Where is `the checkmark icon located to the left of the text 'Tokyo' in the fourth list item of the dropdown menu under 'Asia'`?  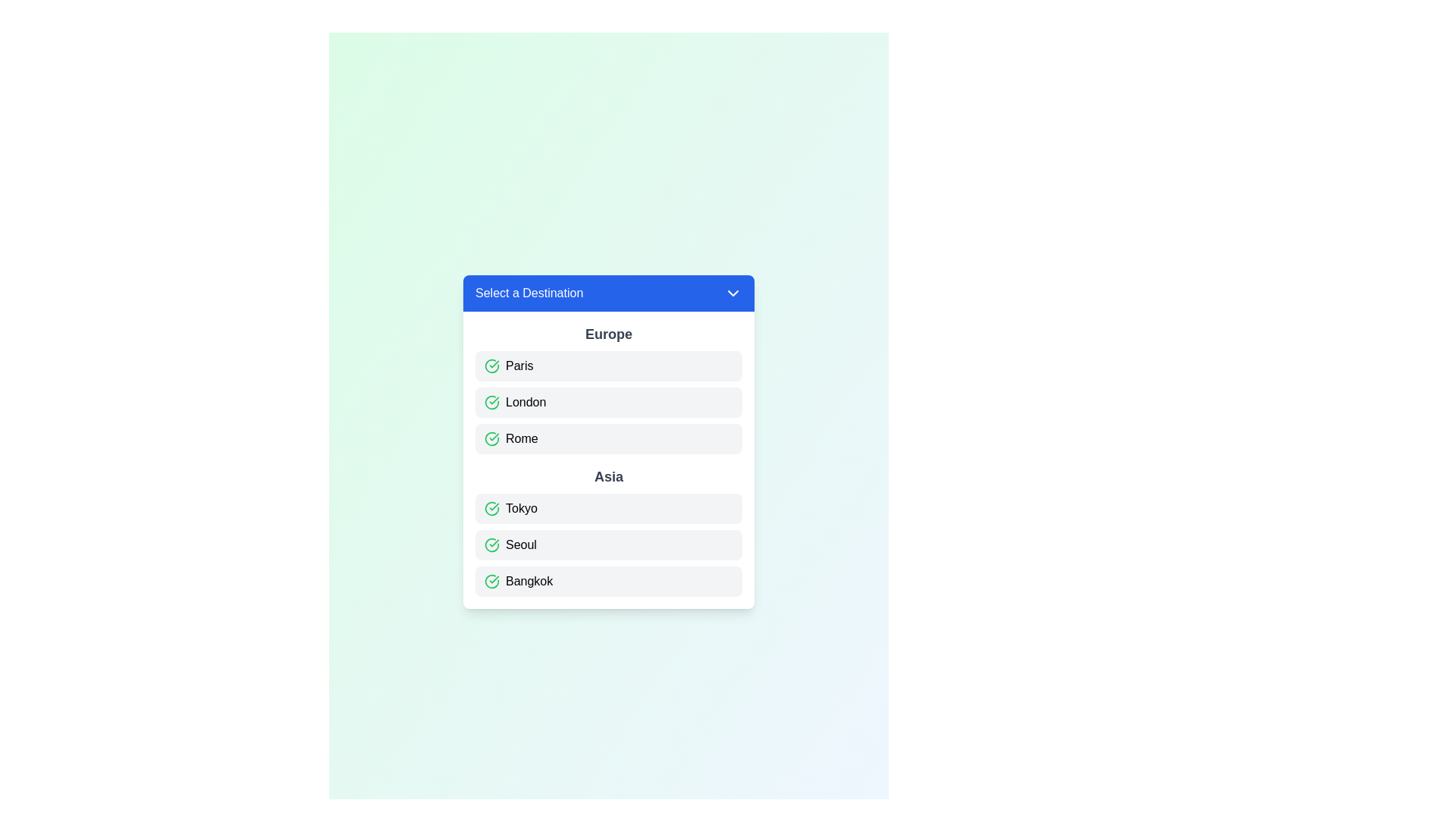
the checkmark icon located to the left of the text 'Tokyo' in the fourth list item of the dropdown menu under 'Asia' is located at coordinates (491, 509).